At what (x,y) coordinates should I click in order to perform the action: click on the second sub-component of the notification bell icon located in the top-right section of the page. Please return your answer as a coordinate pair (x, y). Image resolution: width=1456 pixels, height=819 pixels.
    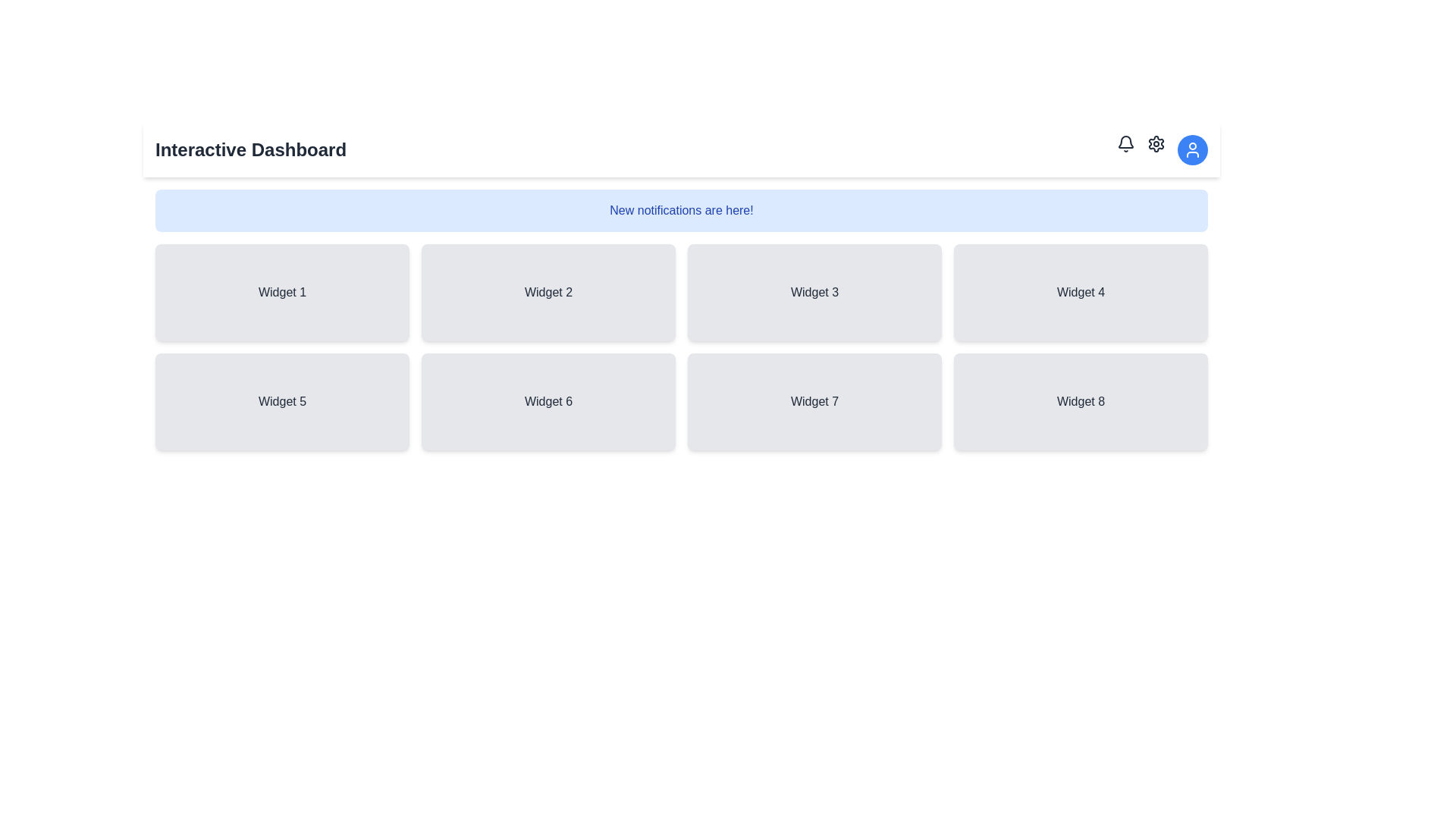
    Looking at the image, I should click on (1125, 142).